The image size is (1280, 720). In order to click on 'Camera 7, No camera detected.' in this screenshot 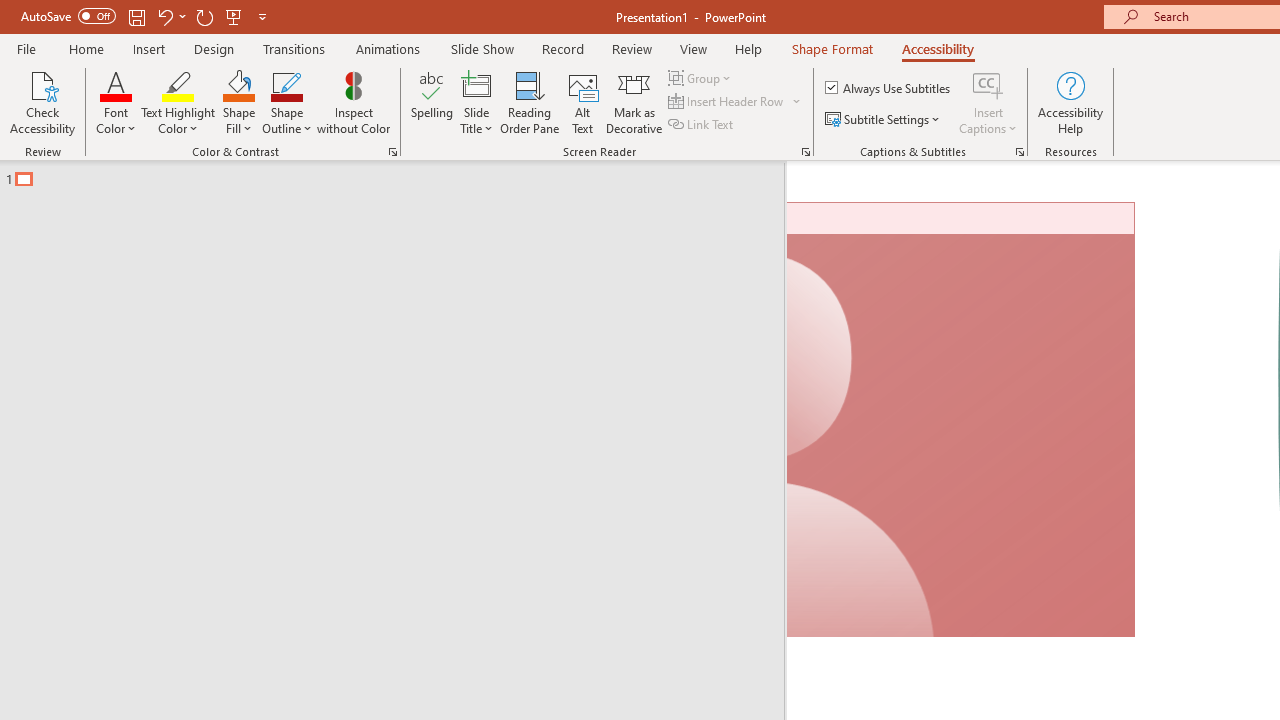, I will do `click(961, 419)`.